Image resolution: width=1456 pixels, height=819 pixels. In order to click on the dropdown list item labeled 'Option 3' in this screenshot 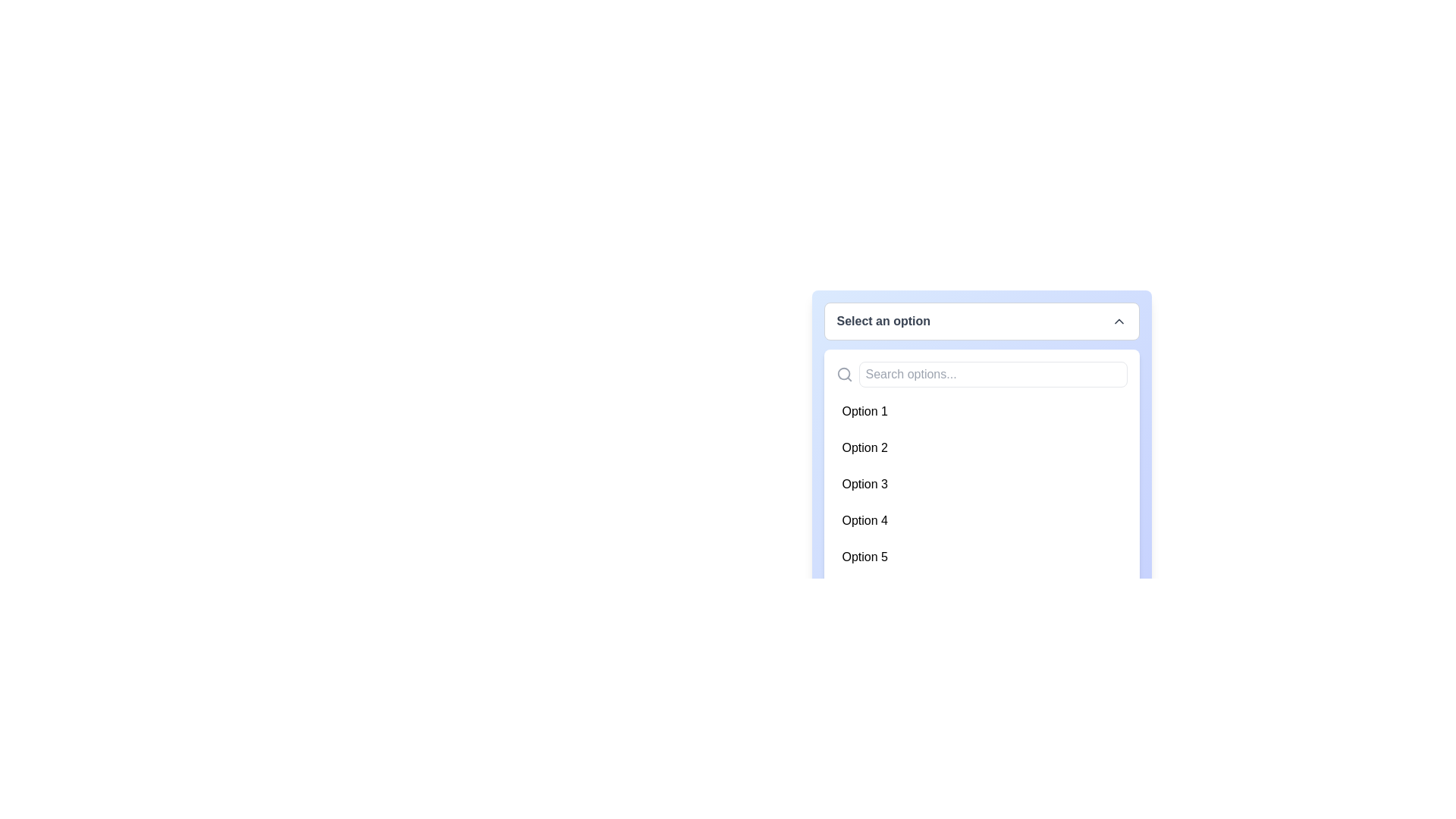, I will do `click(864, 485)`.